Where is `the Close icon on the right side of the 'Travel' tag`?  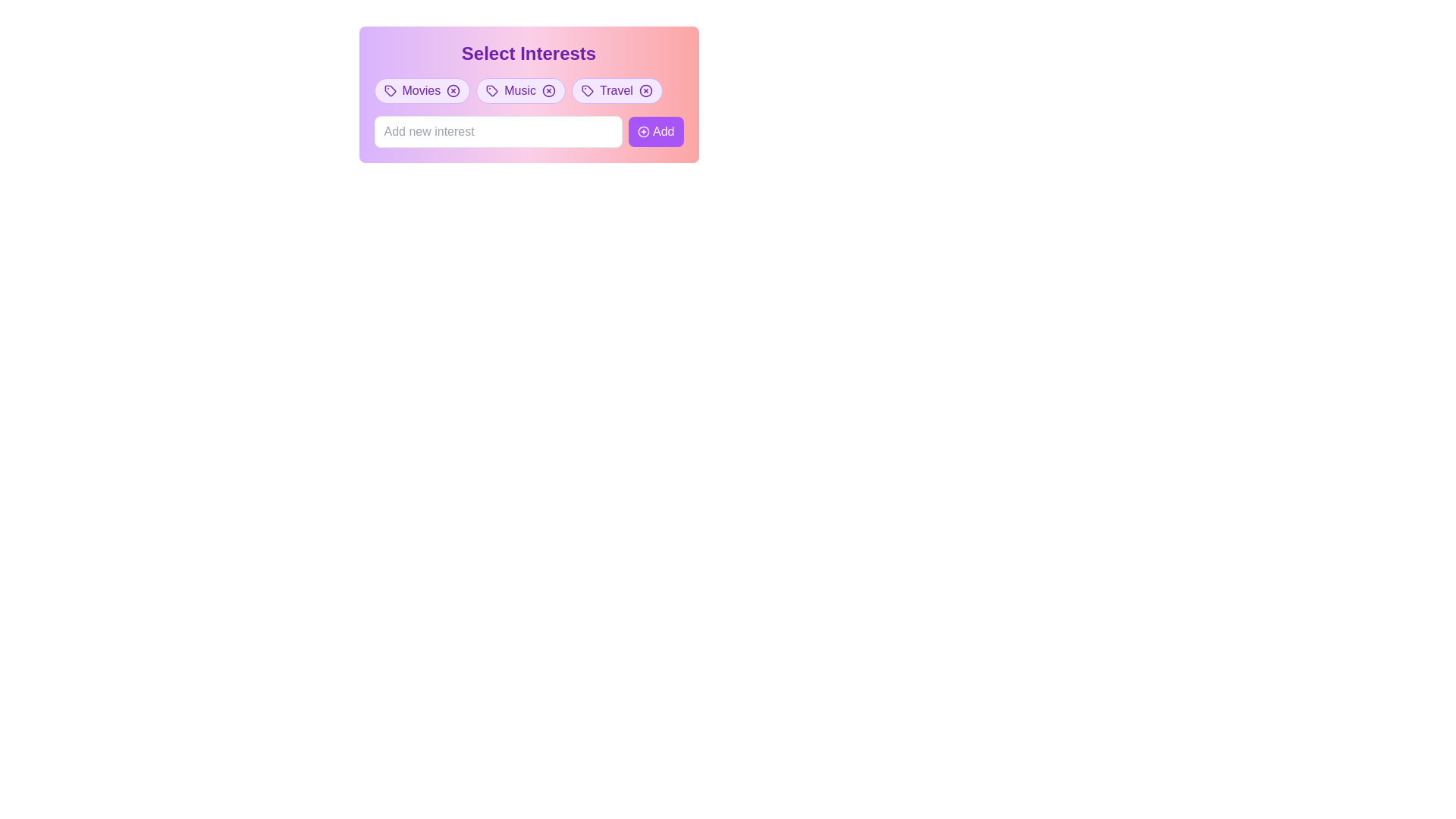 the Close icon on the right side of the 'Travel' tag is located at coordinates (645, 90).